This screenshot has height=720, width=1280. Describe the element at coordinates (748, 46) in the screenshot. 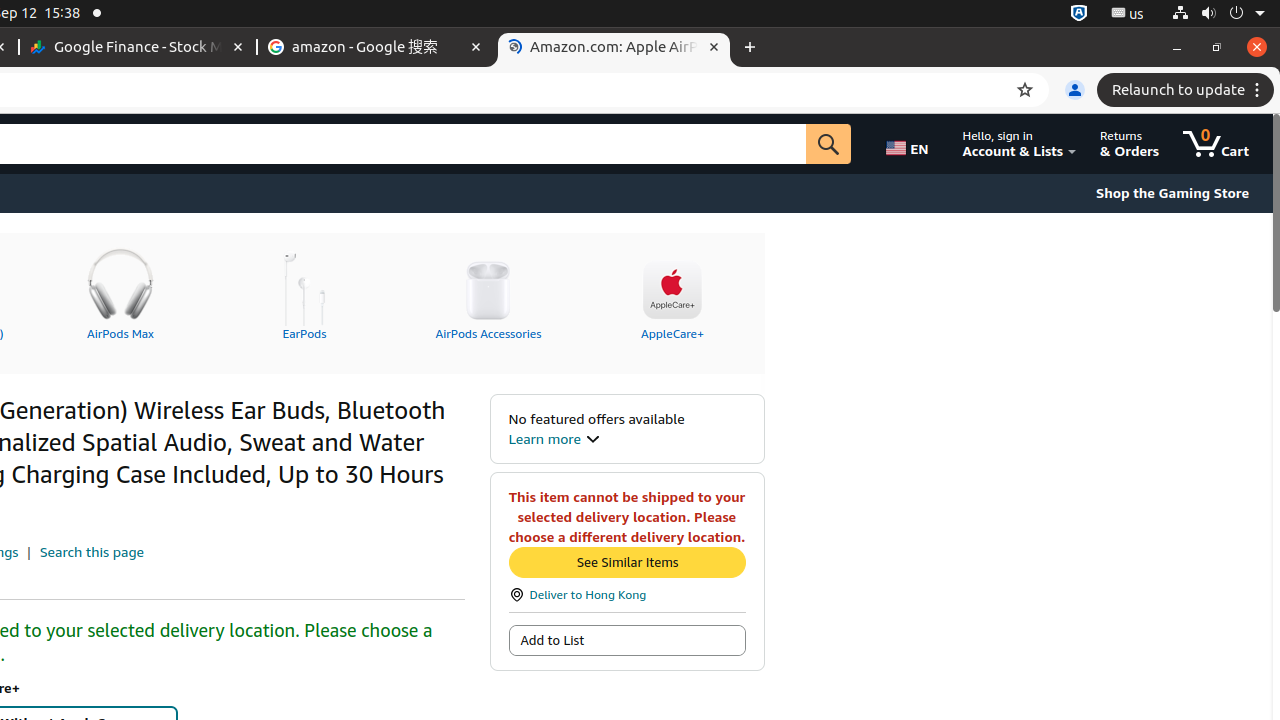

I see `'New Tab'` at that location.